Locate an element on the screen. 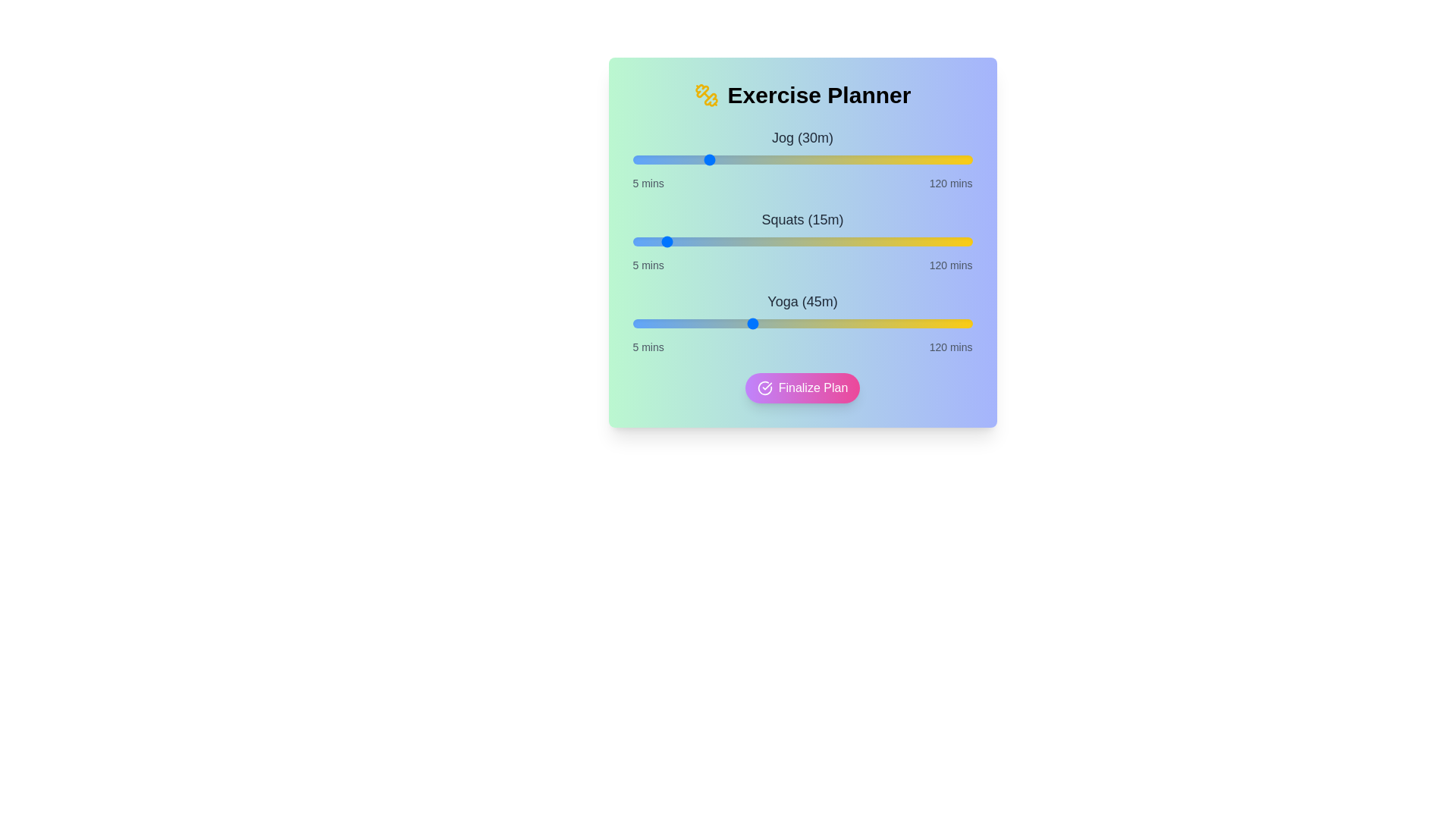 This screenshot has width=1456, height=819. the duration of the 0 slider to 109 minutes is located at coordinates (939, 160).